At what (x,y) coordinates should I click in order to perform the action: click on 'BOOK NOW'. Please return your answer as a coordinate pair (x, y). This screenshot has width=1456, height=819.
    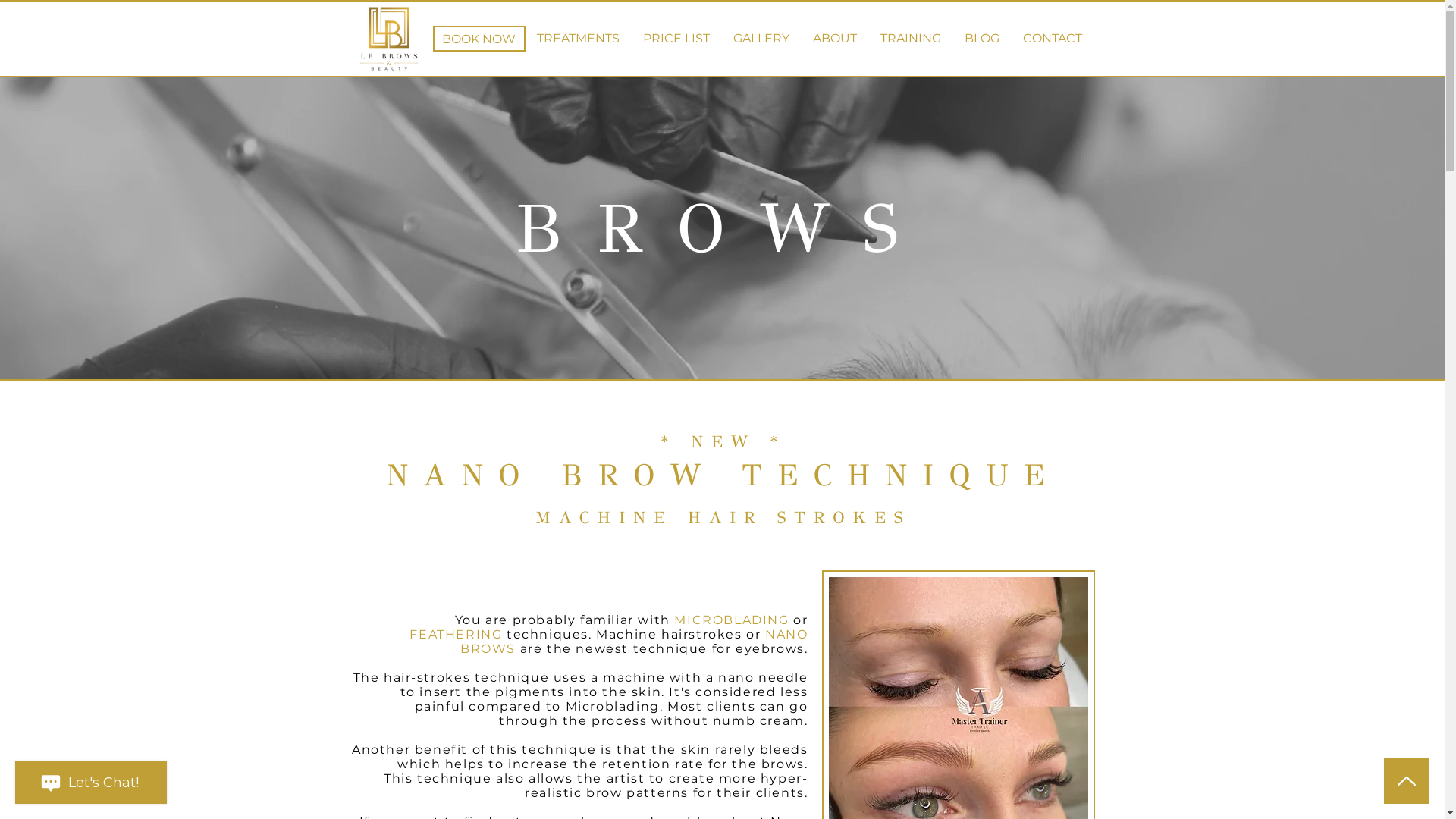
    Looking at the image, I should click on (431, 37).